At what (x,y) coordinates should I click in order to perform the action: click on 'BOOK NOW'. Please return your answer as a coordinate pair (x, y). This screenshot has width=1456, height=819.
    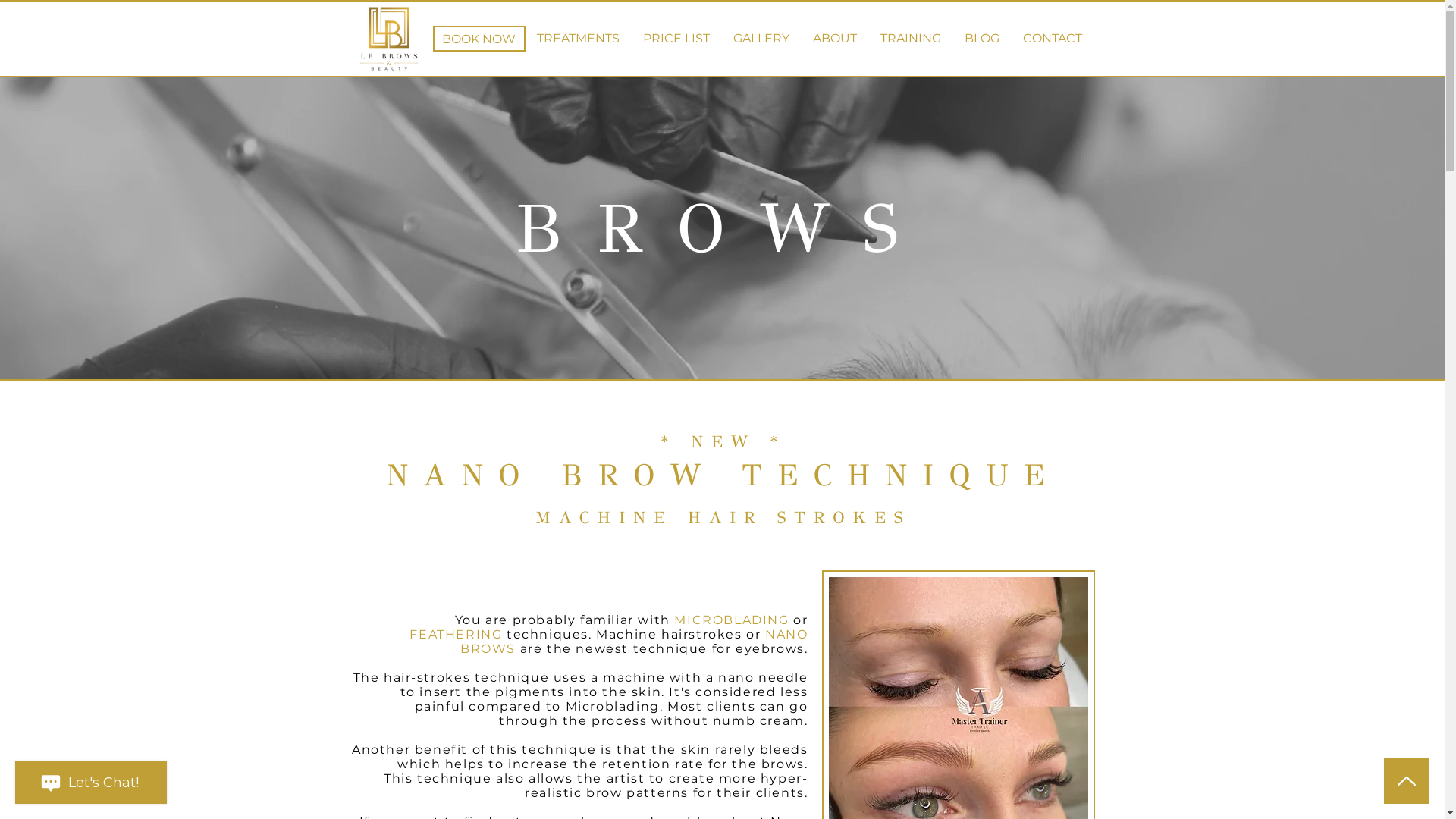
    Looking at the image, I should click on (431, 37).